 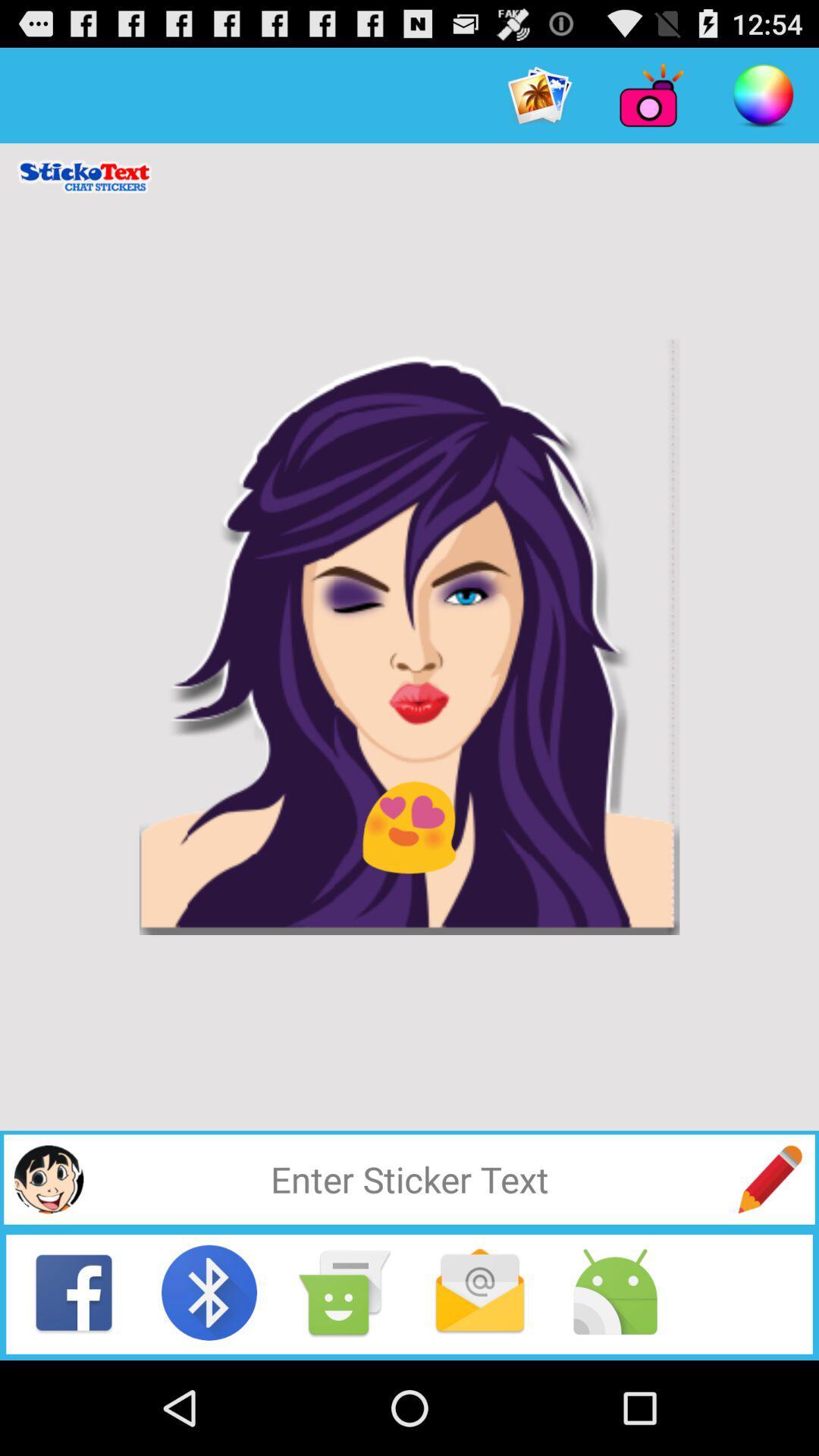 I want to click on a sticker, so click(x=48, y=1178).